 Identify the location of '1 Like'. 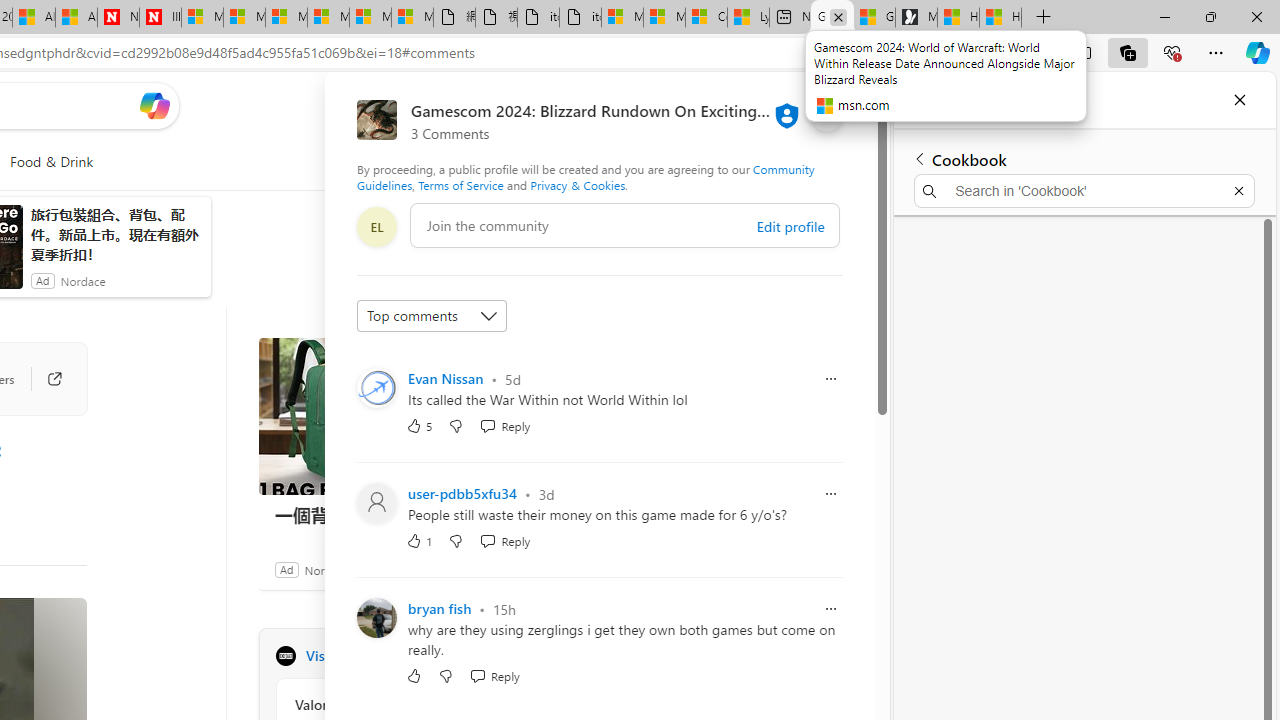
(418, 541).